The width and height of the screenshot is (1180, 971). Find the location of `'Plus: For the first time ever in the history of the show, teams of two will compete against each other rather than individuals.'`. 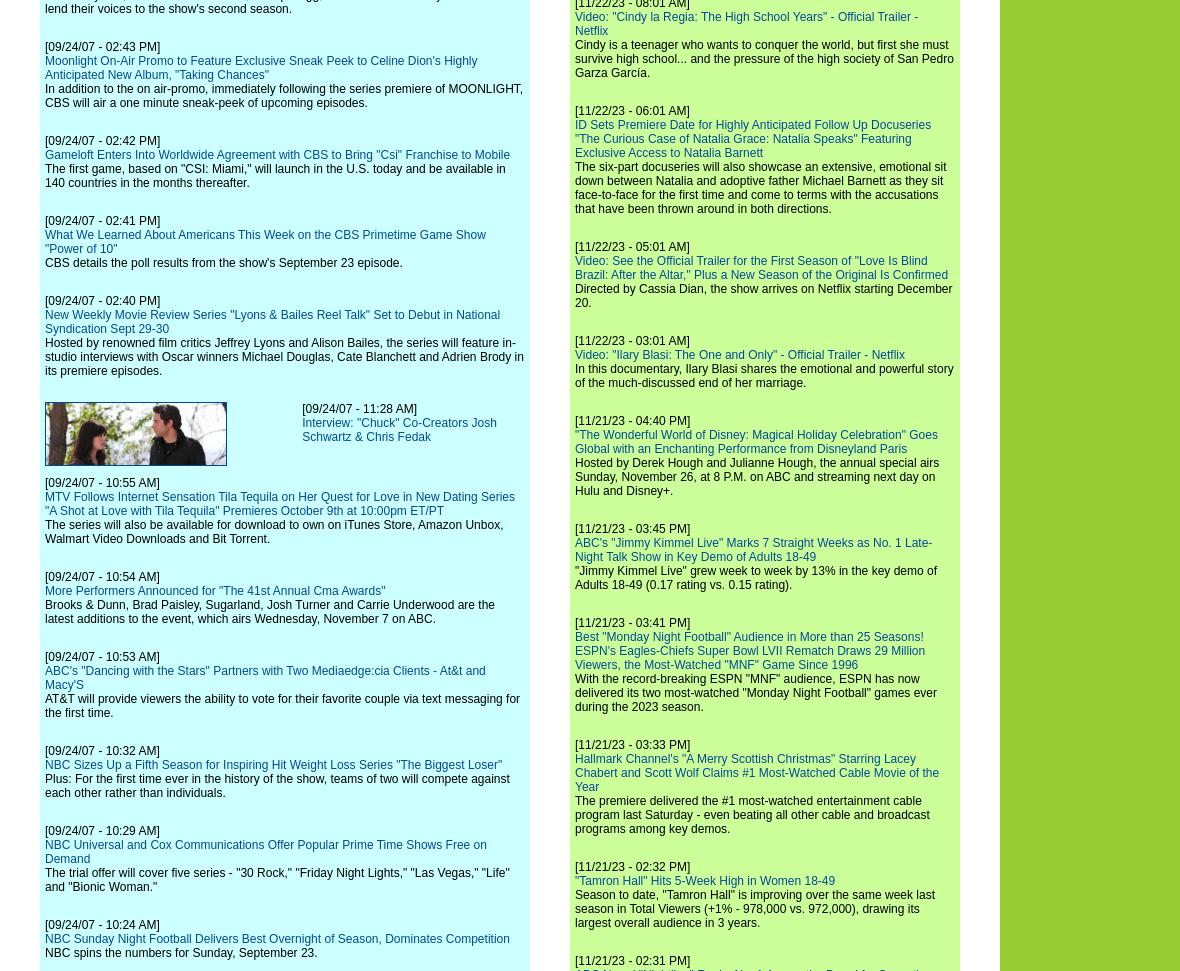

'Plus: For the first time ever in the history of the show, teams of two will compete against each other rather than individuals.' is located at coordinates (43, 786).